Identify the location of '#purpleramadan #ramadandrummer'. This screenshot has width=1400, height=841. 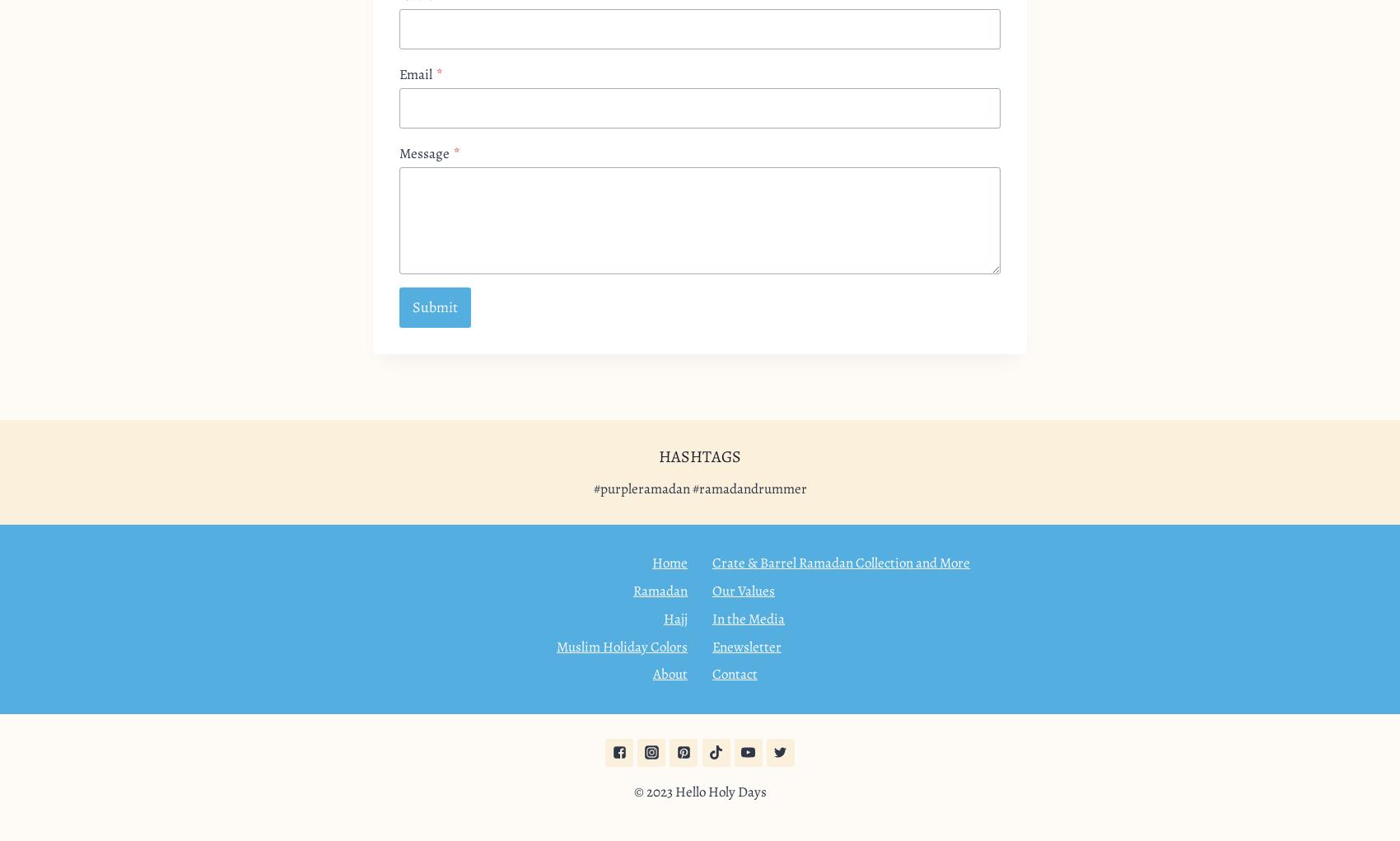
(698, 488).